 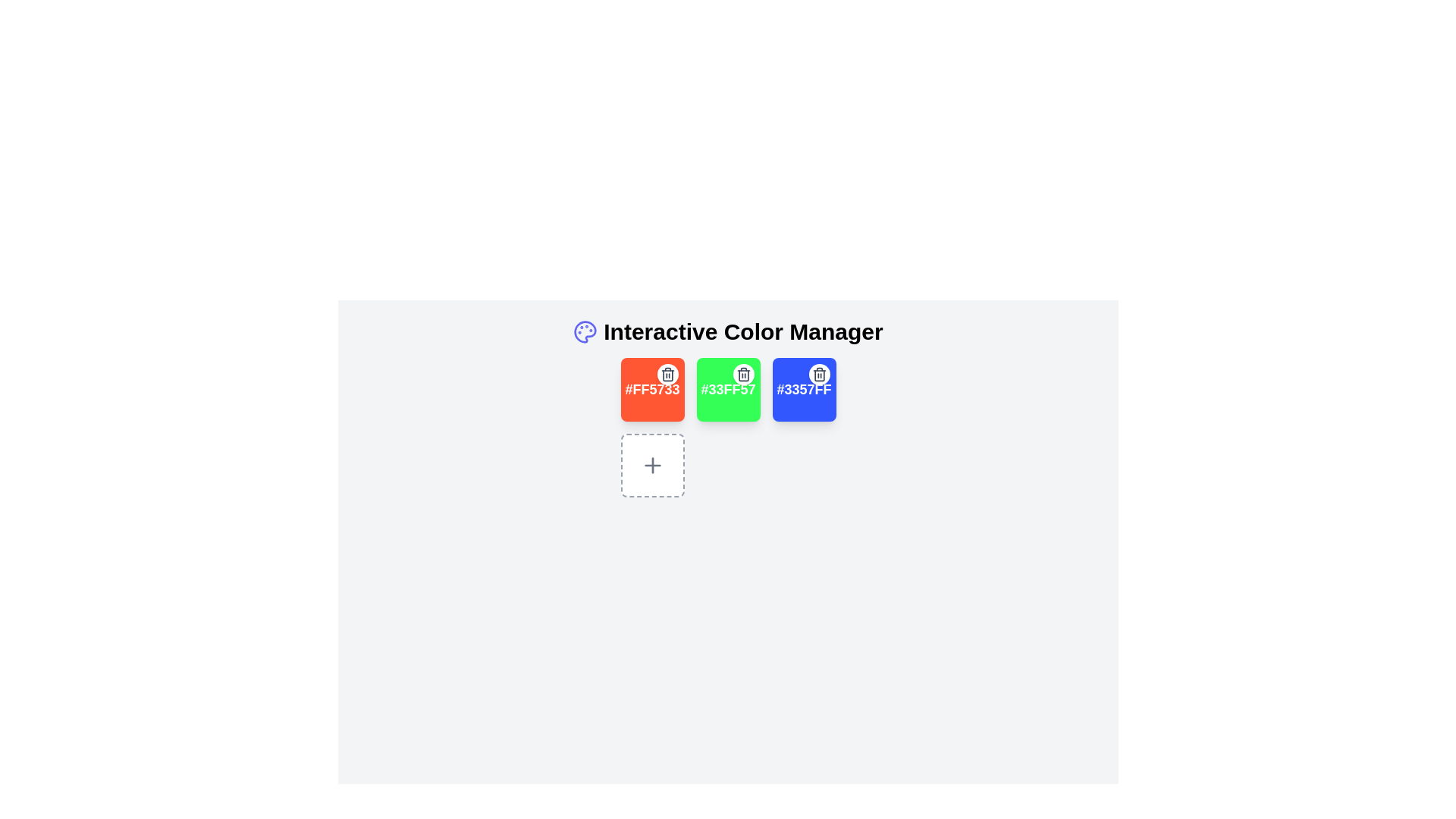 I want to click on the interactive color tile displaying the color '#33FF57', so click(x=728, y=388).